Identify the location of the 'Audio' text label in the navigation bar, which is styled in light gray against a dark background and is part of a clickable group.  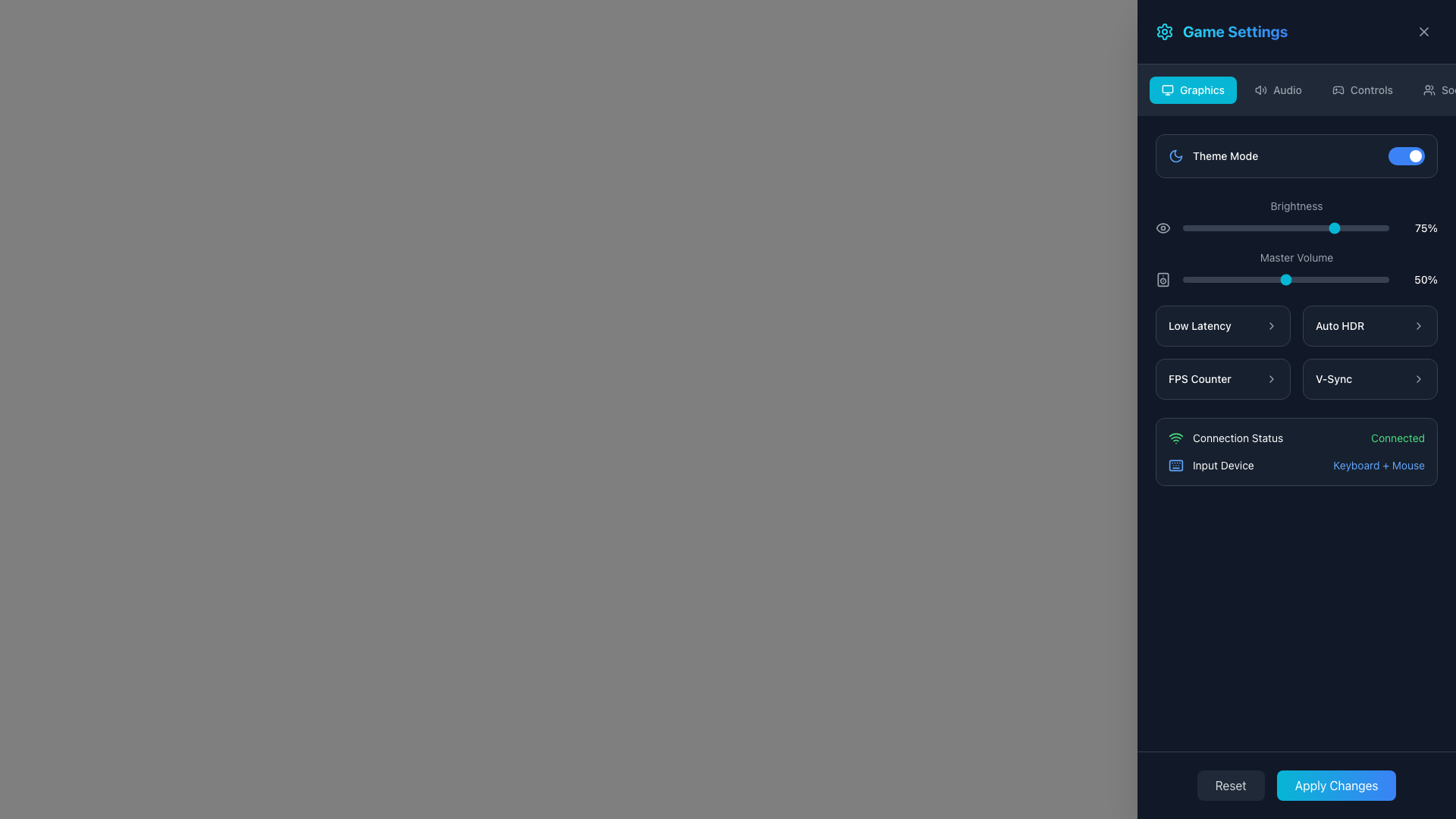
(1286, 90).